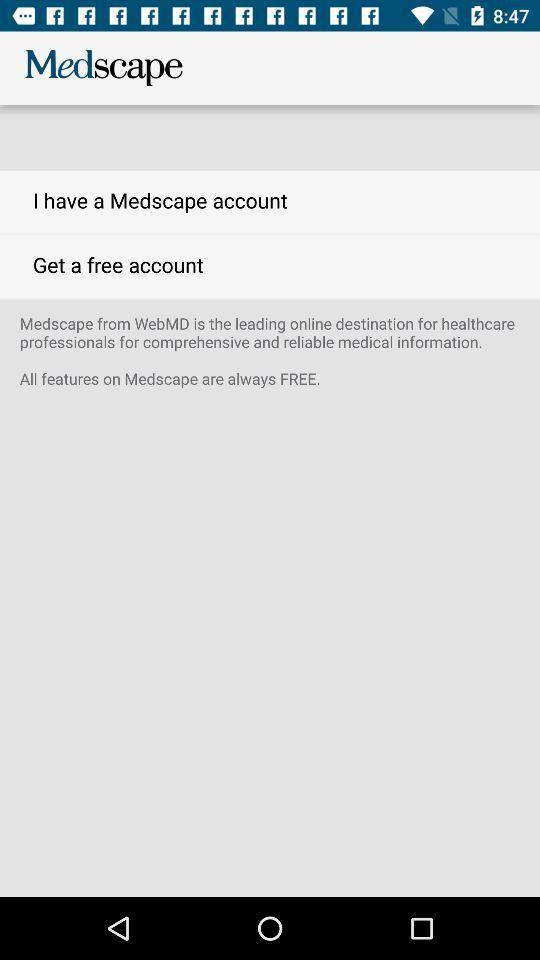 The height and width of the screenshot is (960, 540). Describe the element at coordinates (270, 265) in the screenshot. I see `the get a free item` at that location.